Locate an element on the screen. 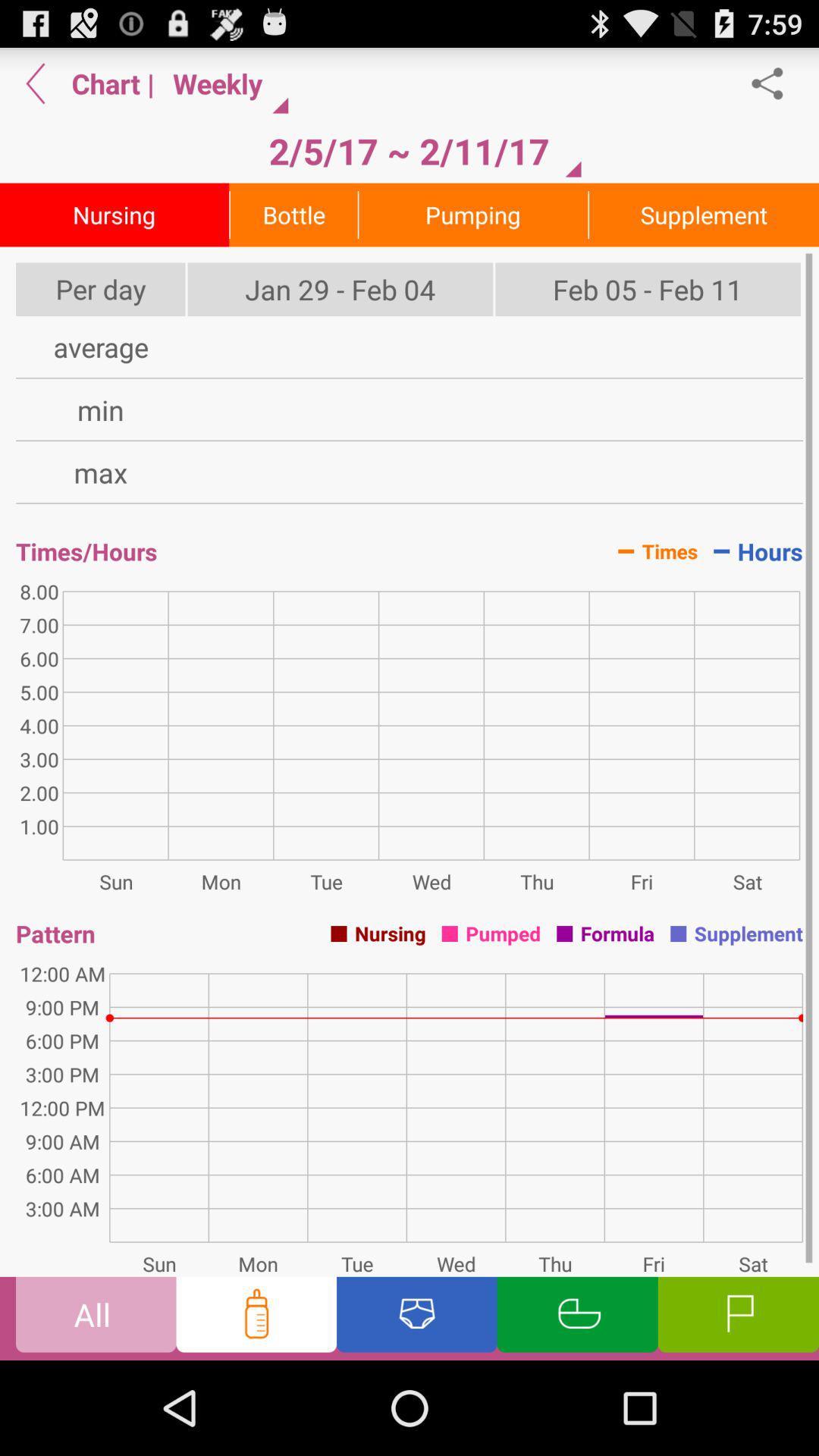 This screenshot has height=1456, width=819. the arrow_backward icon is located at coordinates (35, 89).